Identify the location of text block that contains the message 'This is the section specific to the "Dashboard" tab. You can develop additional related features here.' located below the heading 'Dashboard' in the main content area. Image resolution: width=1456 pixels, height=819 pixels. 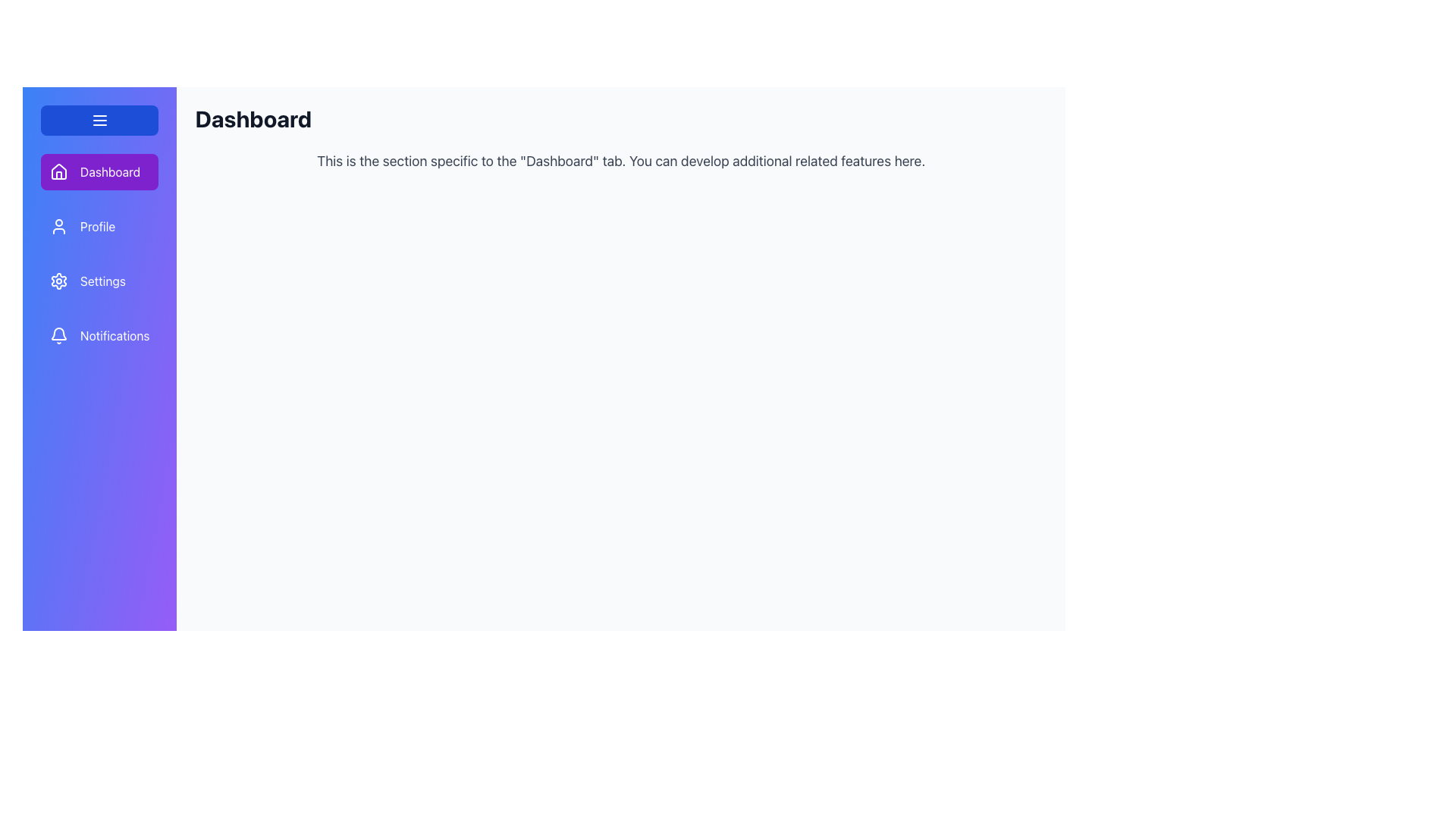
(621, 161).